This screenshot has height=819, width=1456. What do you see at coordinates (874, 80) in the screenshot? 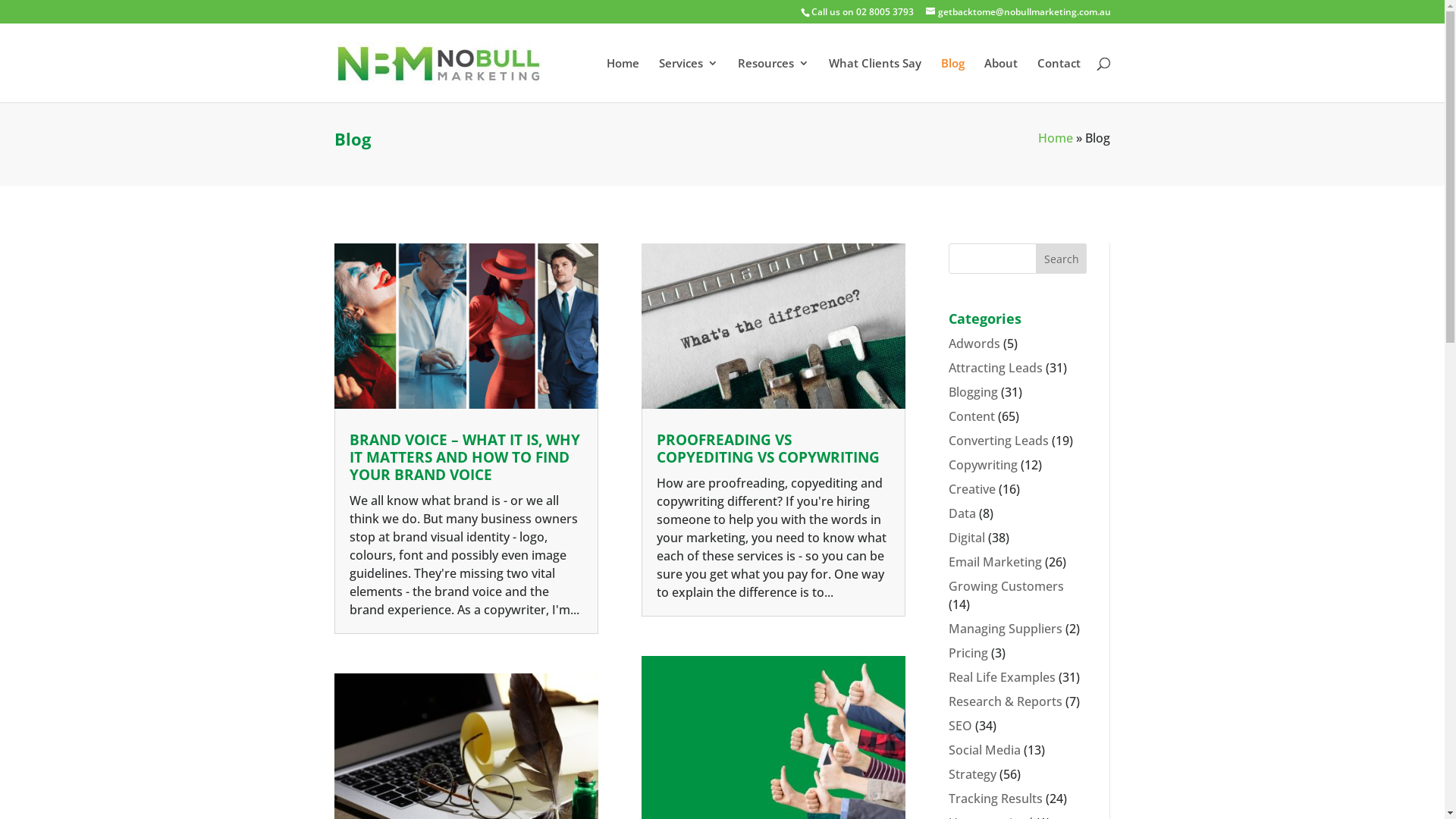
I see `'What Clients Say'` at bounding box center [874, 80].